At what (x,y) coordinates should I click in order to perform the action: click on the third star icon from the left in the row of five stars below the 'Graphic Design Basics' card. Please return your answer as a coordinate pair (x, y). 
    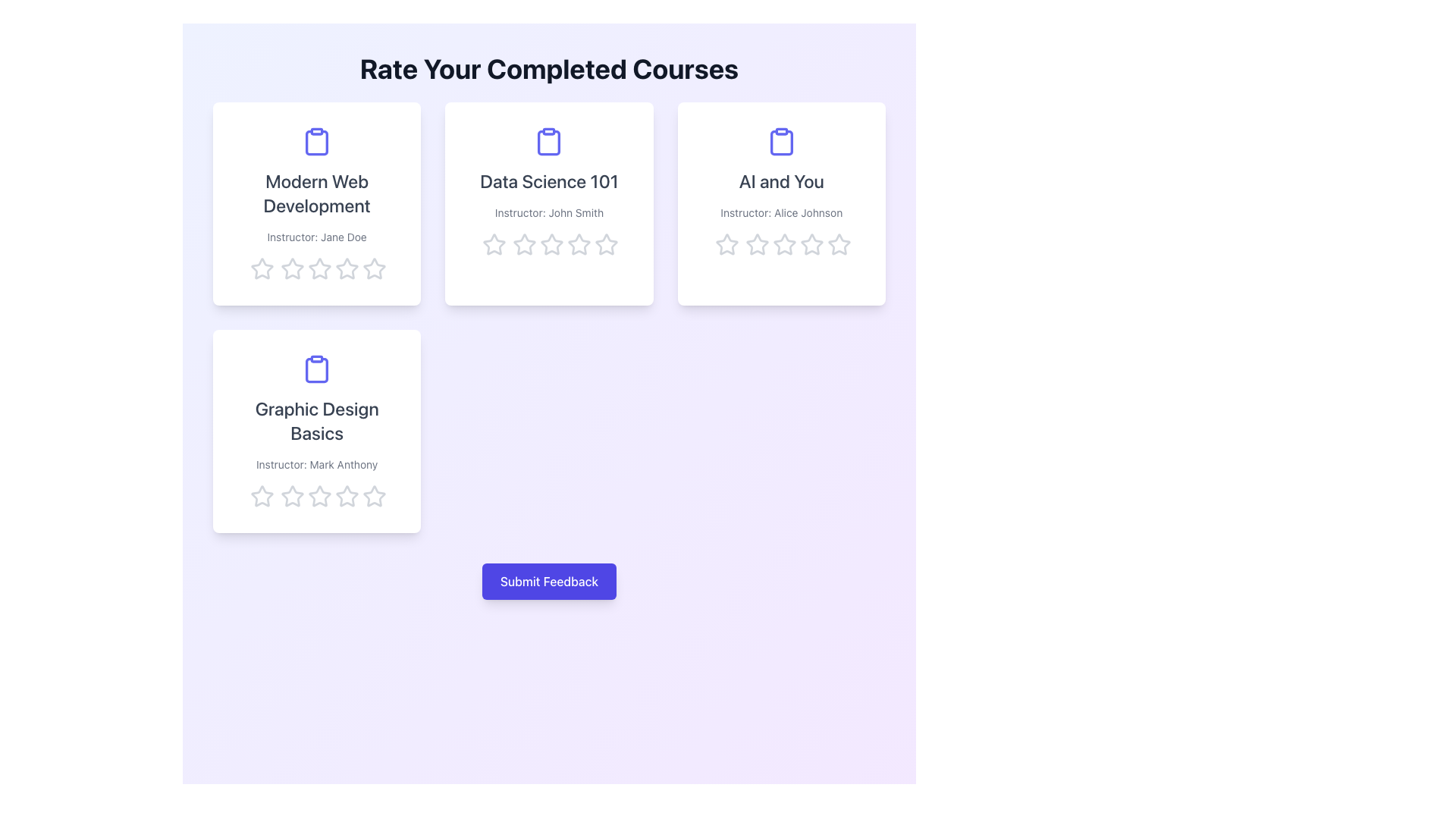
    Looking at the image, I should click on (293, 497).